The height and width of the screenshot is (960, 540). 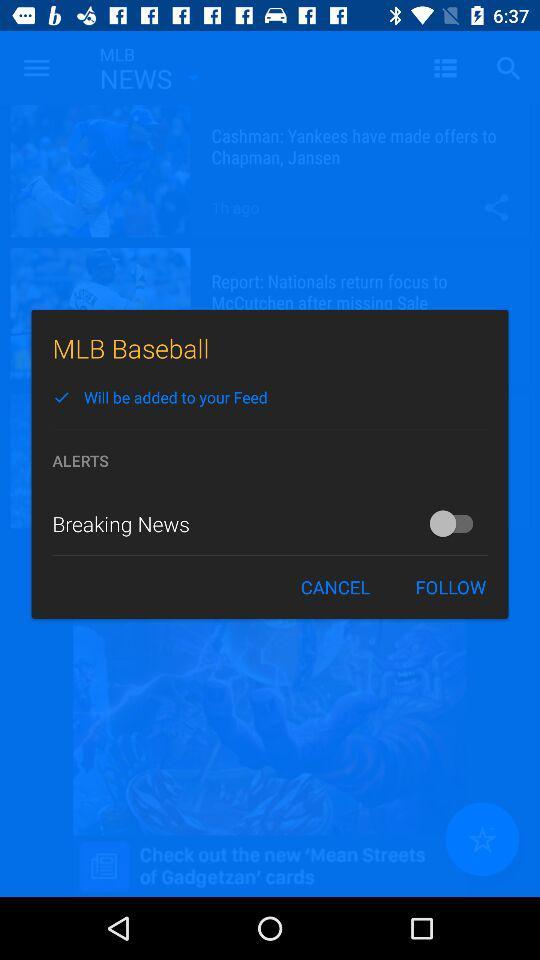 I want to click on breaking news alert, so click(x=456, y=522).